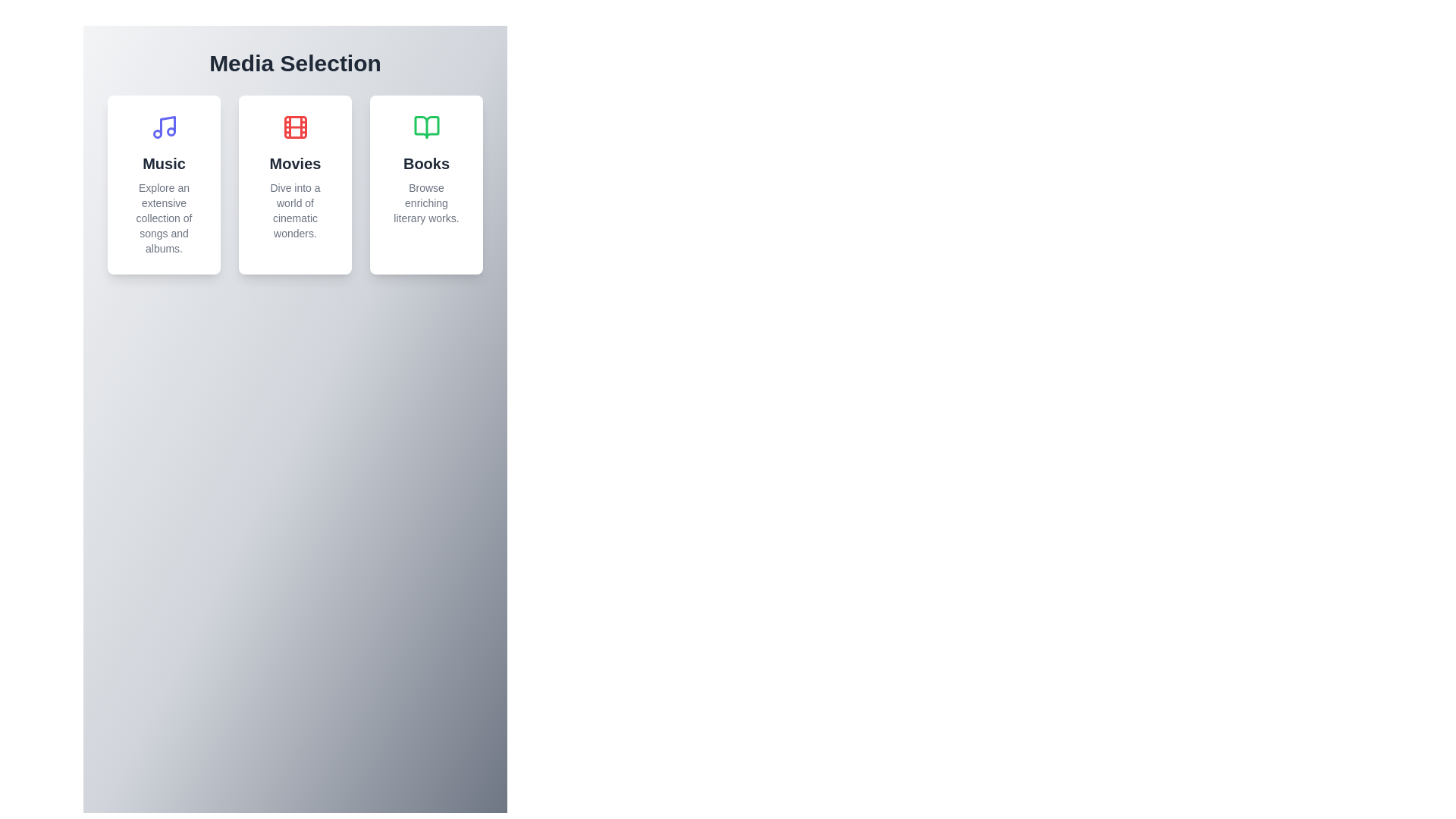 Image resolution: width=1456 pixels, height=819 pixels. I want to click on the leftmost card element that has a blue music icon at the top, a bold title 'Music', and a description 'Explore an extensive collection of songs and albums.', so click(164, 184).